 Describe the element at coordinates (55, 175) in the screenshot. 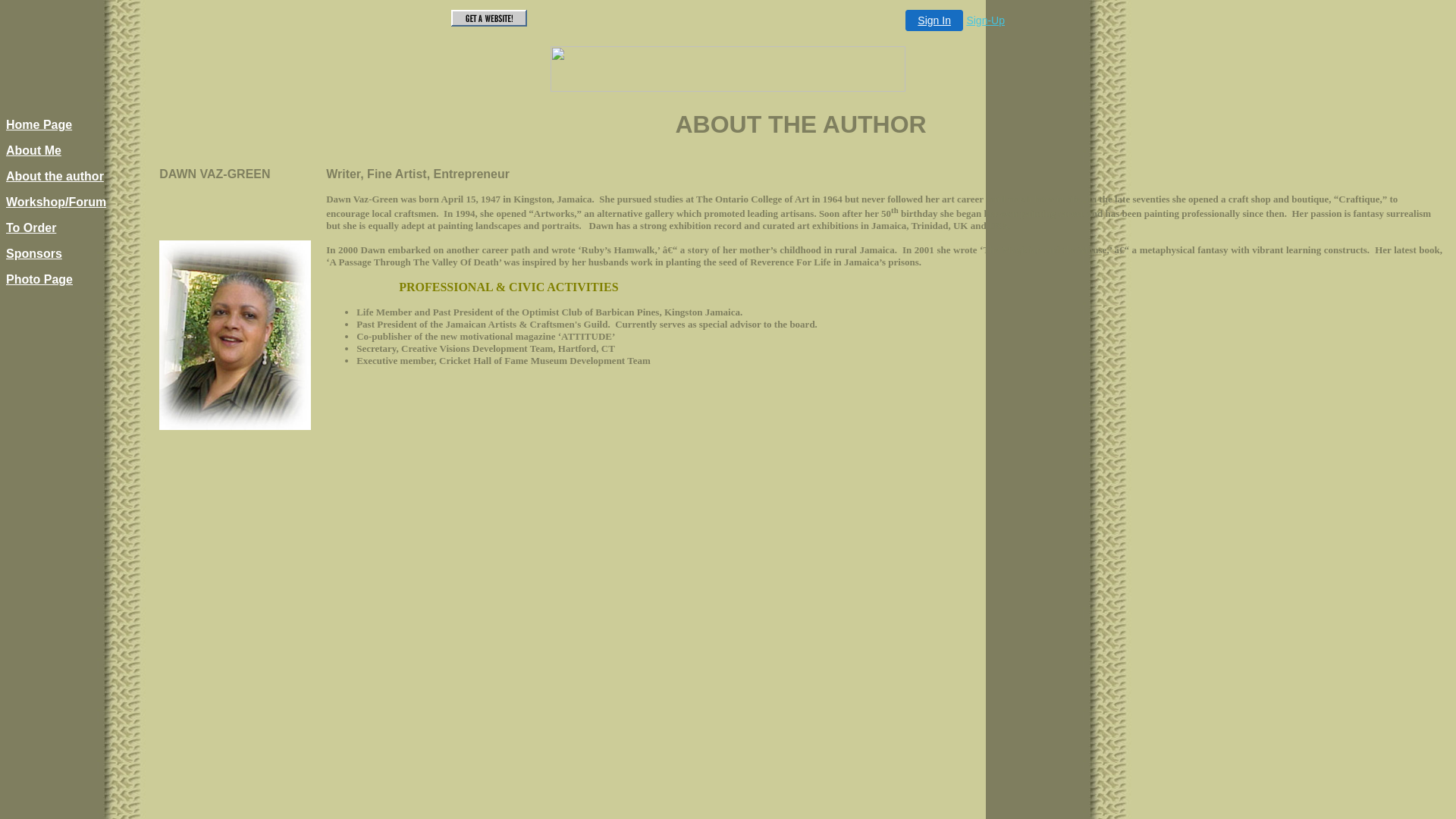

I see `'About the author'` at that location.